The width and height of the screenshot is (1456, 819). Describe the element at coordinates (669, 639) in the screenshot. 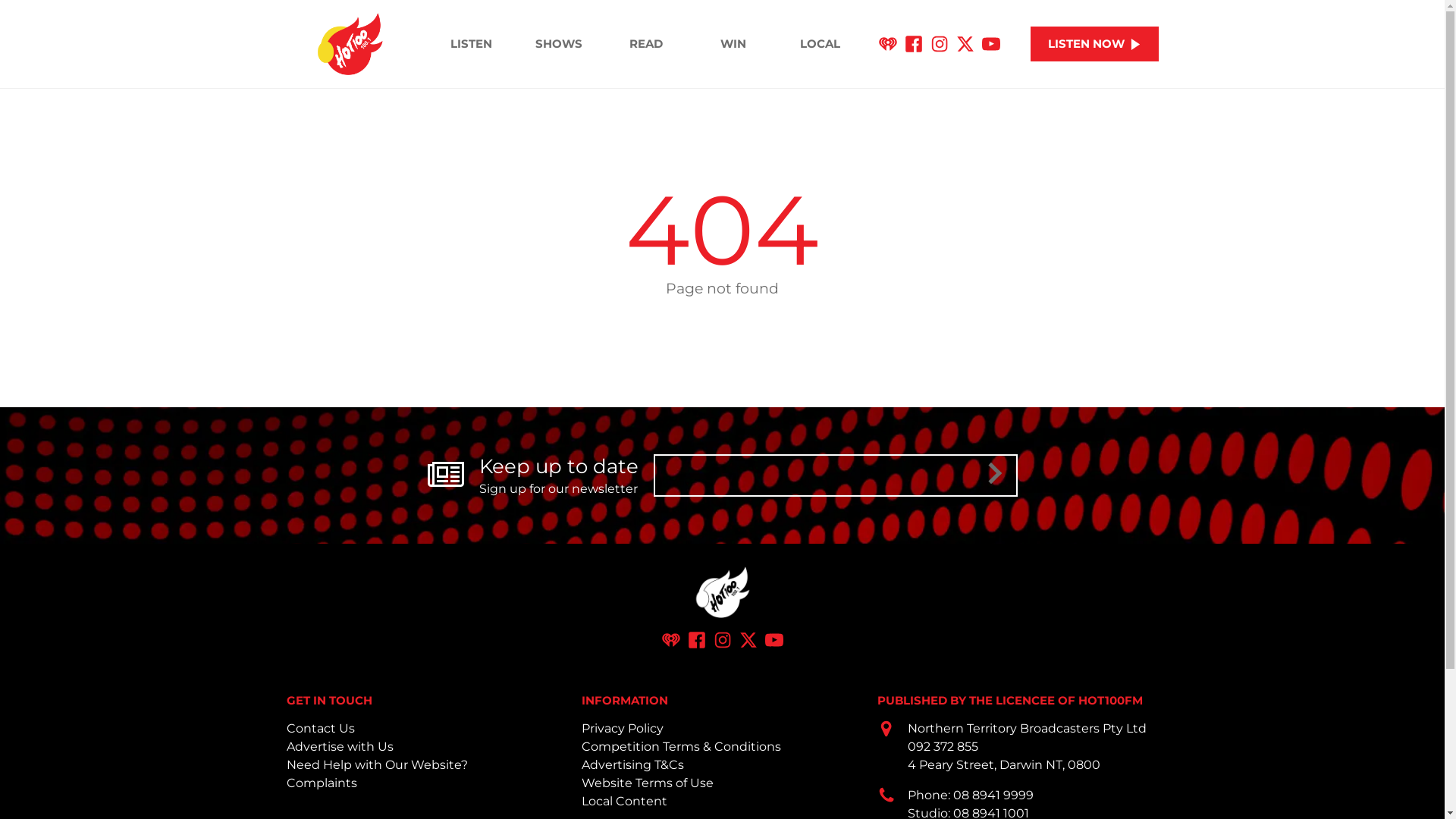

I see `'iHeart'` at that location.